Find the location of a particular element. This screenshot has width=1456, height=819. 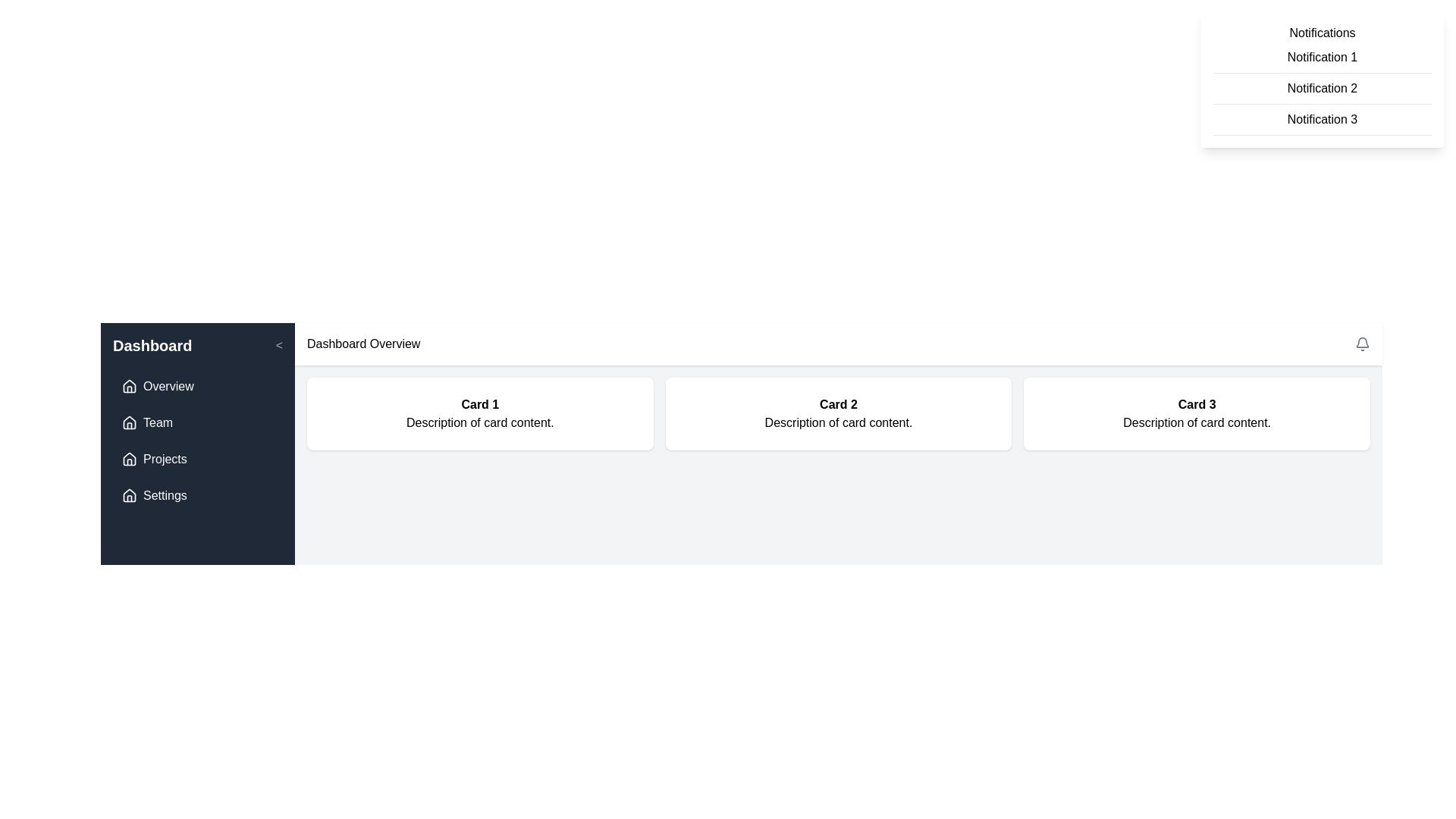

the static text label displaying 'Dashboard', which is located in the dark sidebar area on the left side of the interface is located at coordinates (152, 345).